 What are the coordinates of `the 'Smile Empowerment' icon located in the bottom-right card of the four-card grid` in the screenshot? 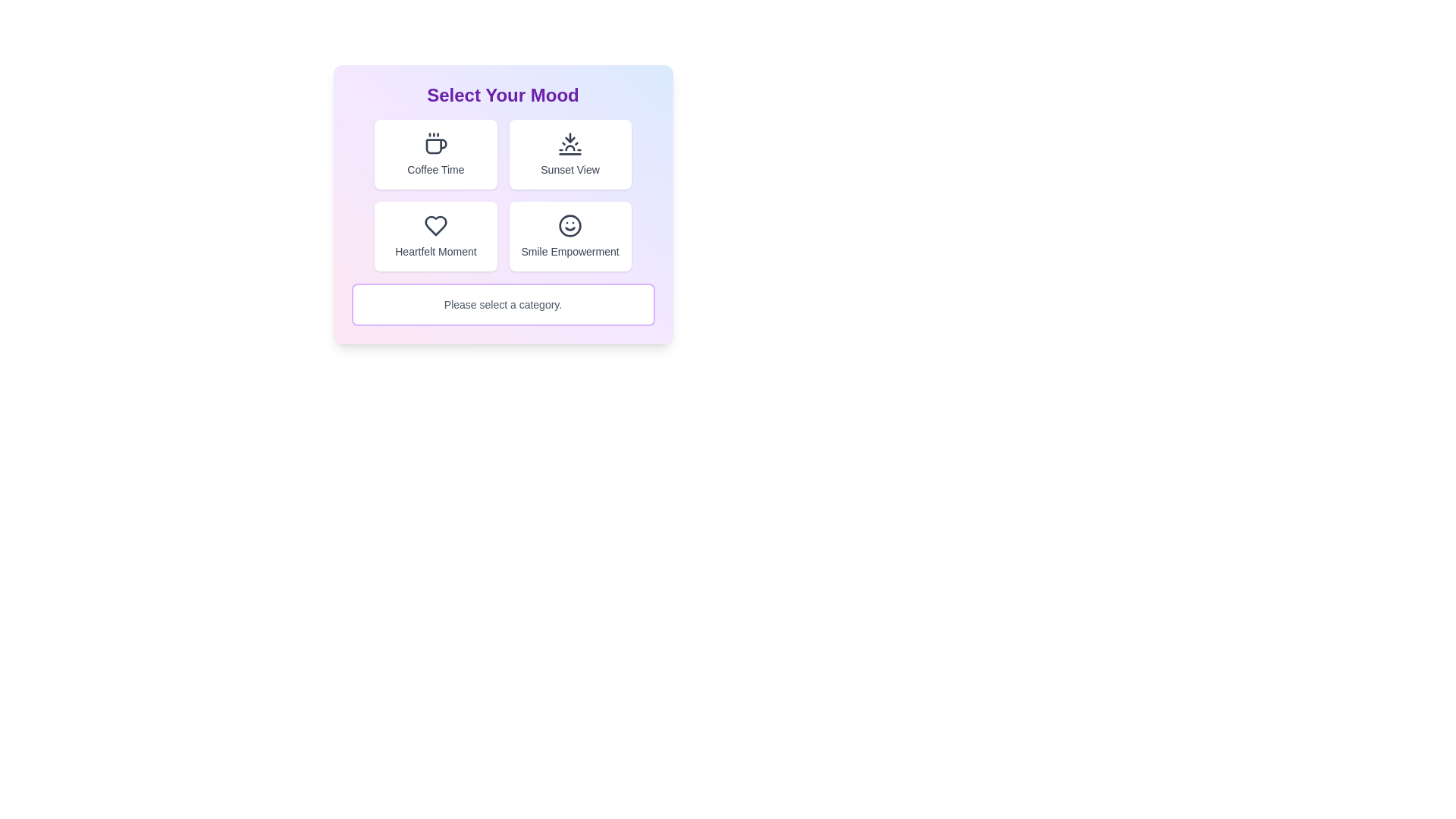 It's located at (570, 225).